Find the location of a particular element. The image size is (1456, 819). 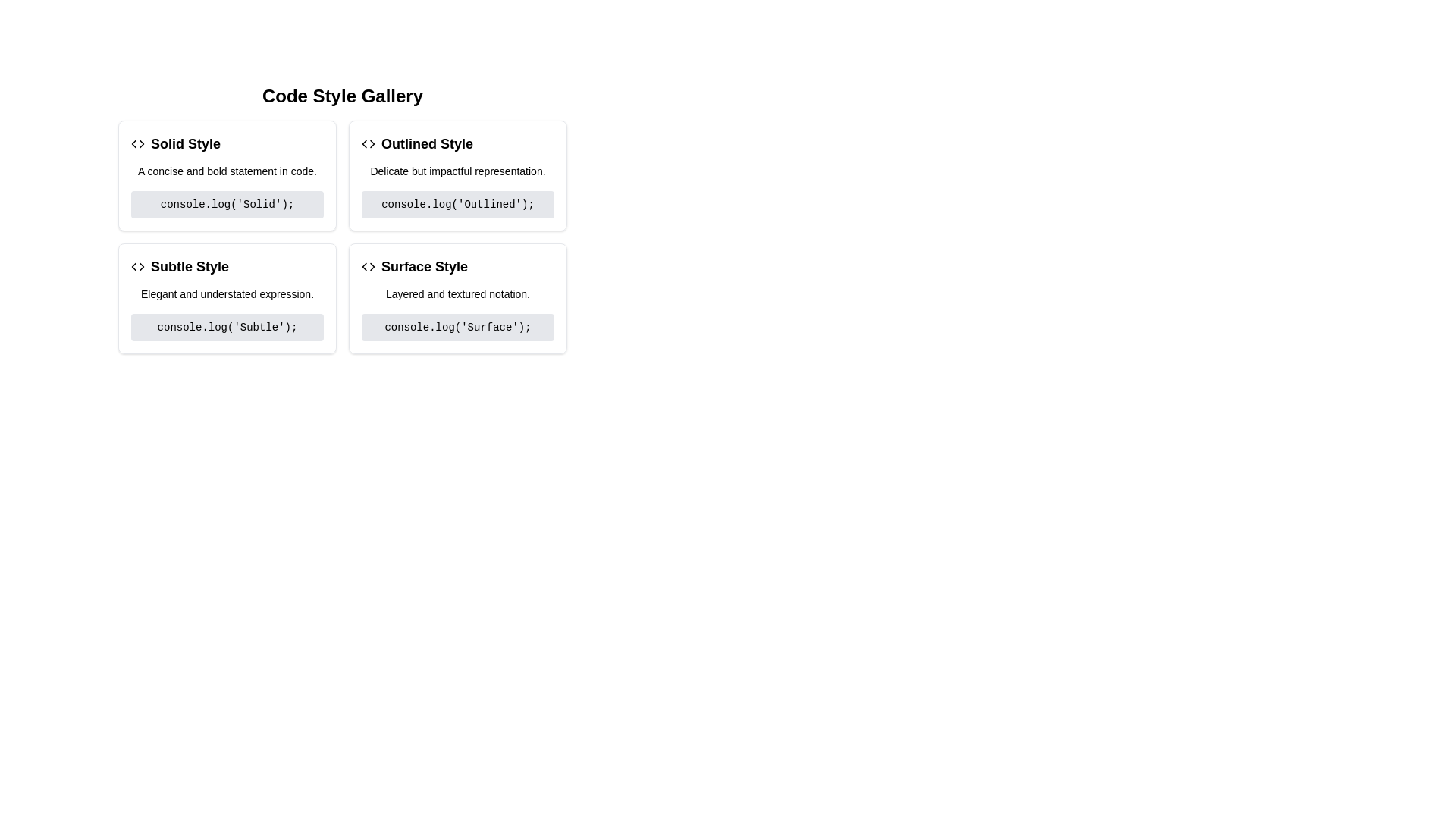

'Surface Style' text element, which is bold and larger, located in the bottom-right card of a 2x2 grid layout is located at coordinates (425, 265).